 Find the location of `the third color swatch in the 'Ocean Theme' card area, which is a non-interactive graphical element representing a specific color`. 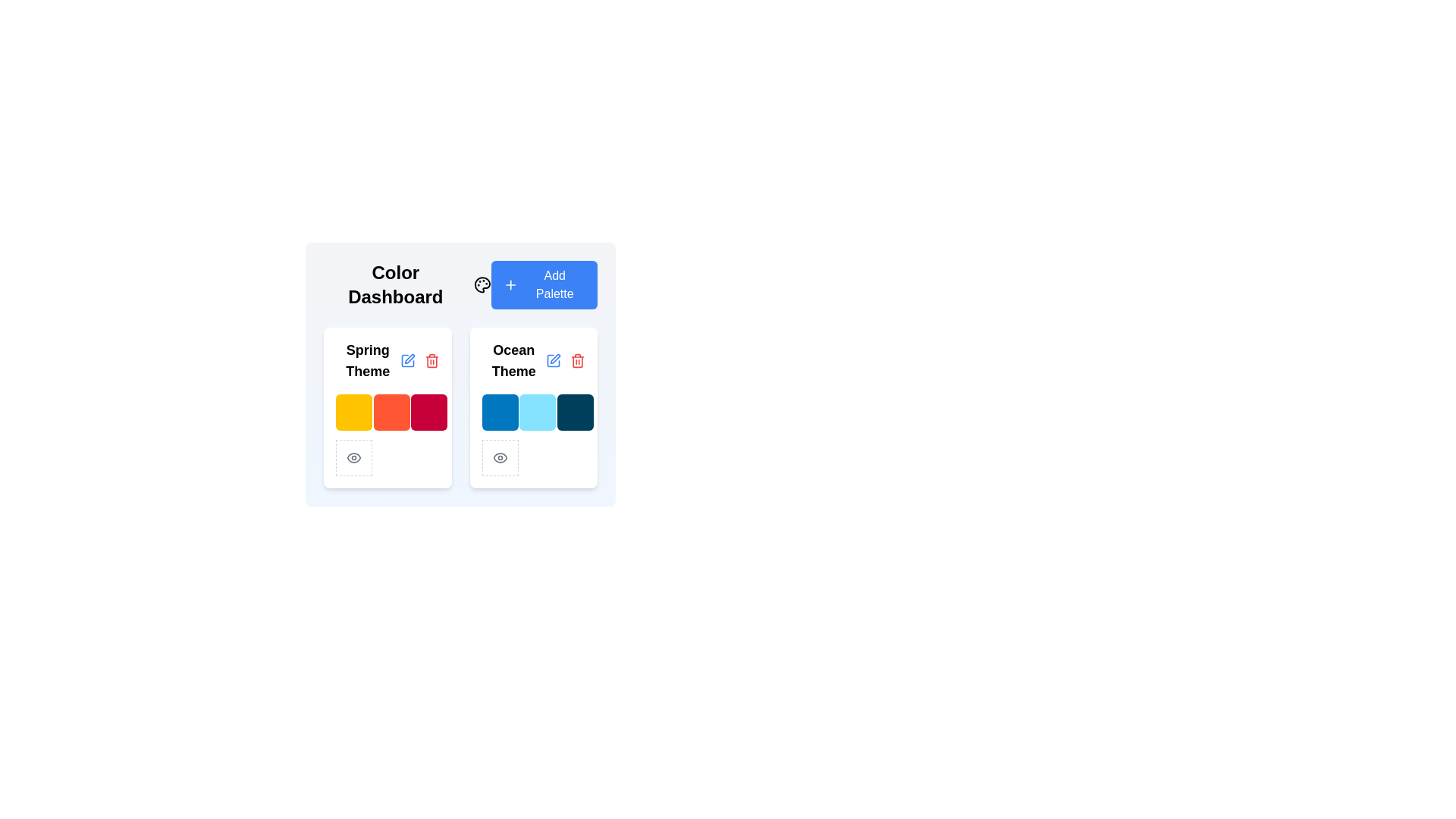

the third color swatch in the 'Ocean Theme' card area, which is a non-interactive graphical element representing a specific color is located at coordinates (574, 412).